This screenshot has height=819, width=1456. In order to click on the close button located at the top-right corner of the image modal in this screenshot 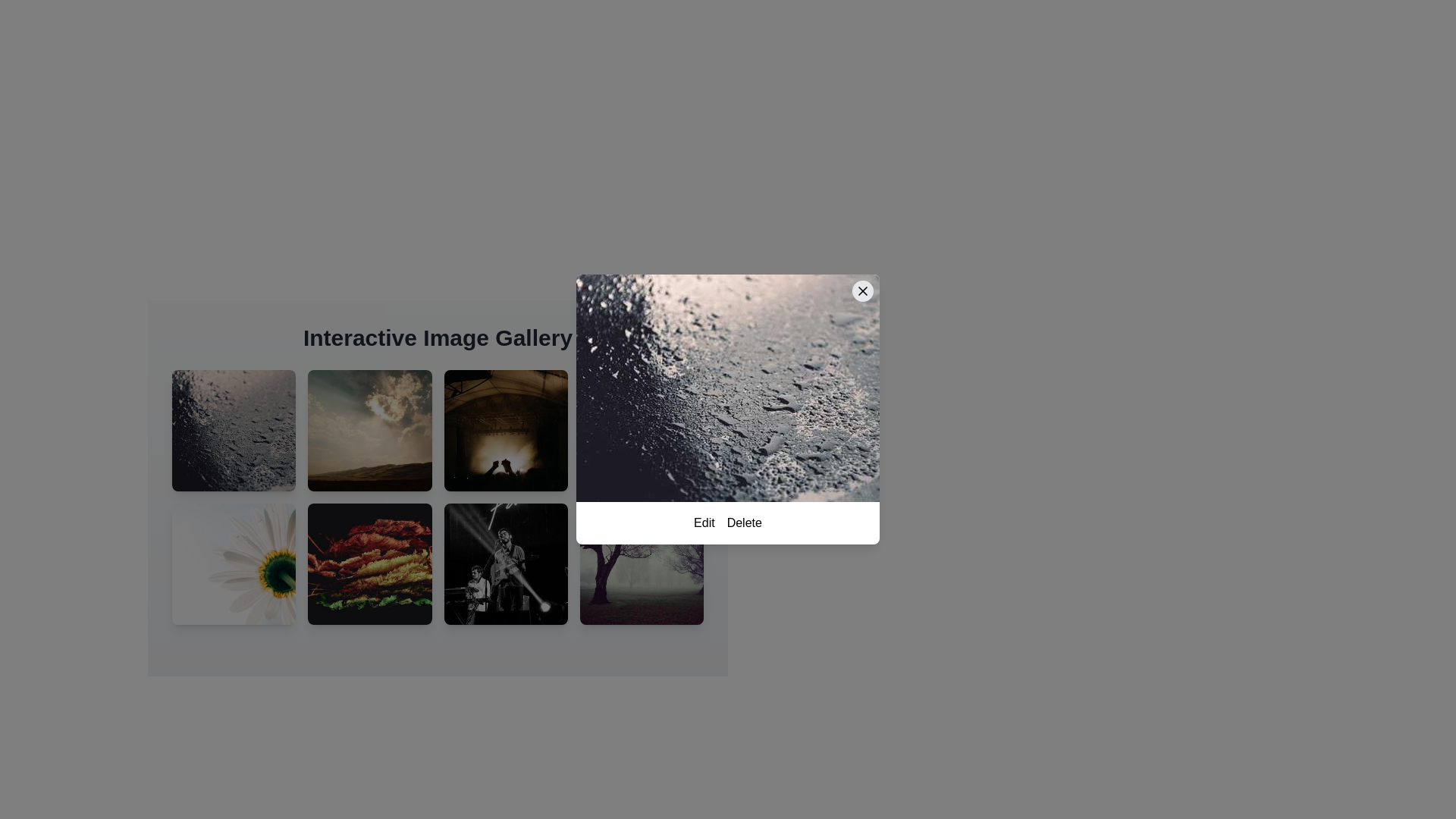, I will do `click(862, 291)`.